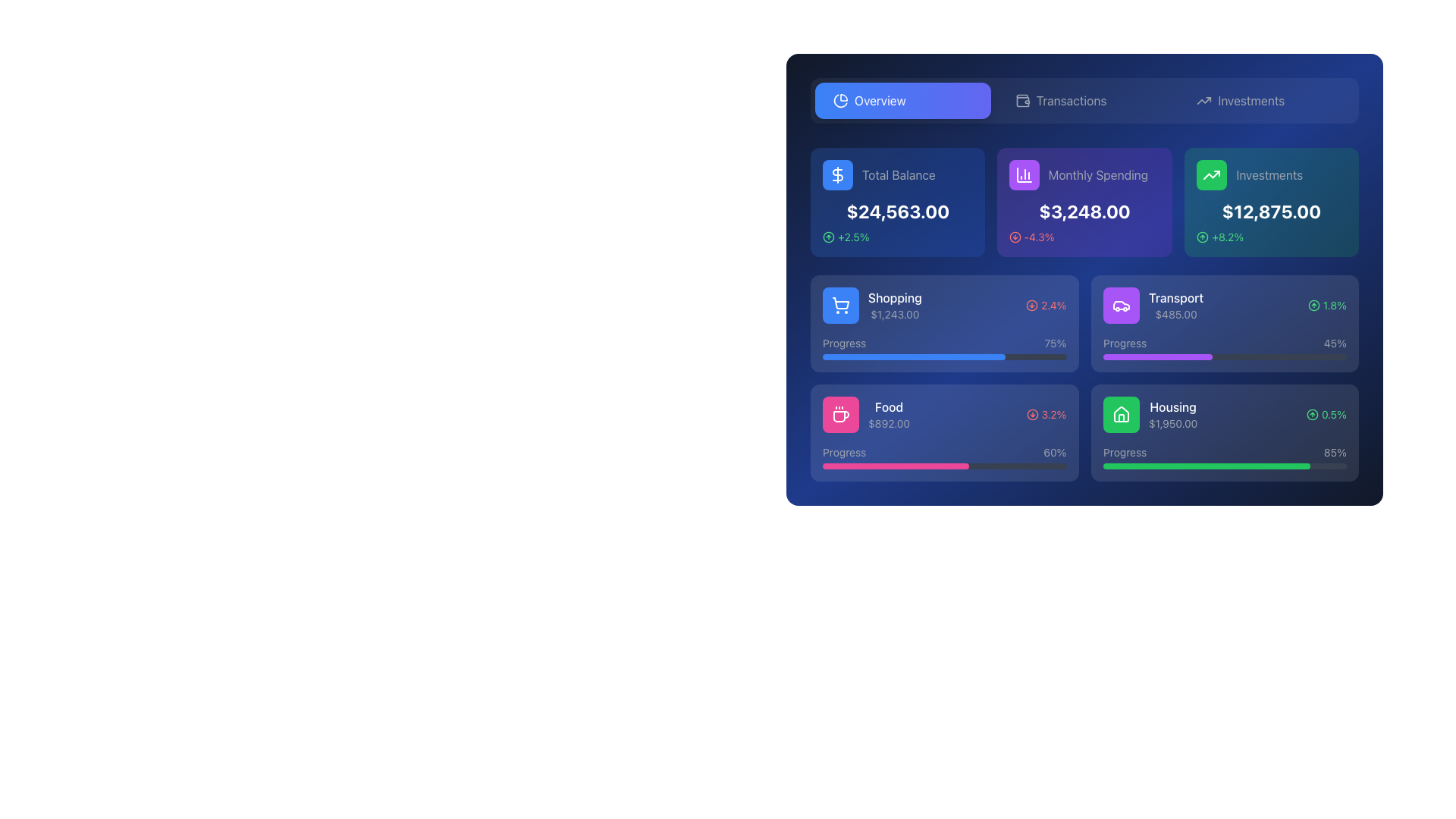 Image resolution: width=1456 pixels, height=819 pixels. Describe the element at coordinates (1210, 174) in the screenshot. I see `the green Icon button indicating financial growth, located at the top-right corner of the 'Investments' card, adjacent to the numerical data and the label 'Investments'` at that location.